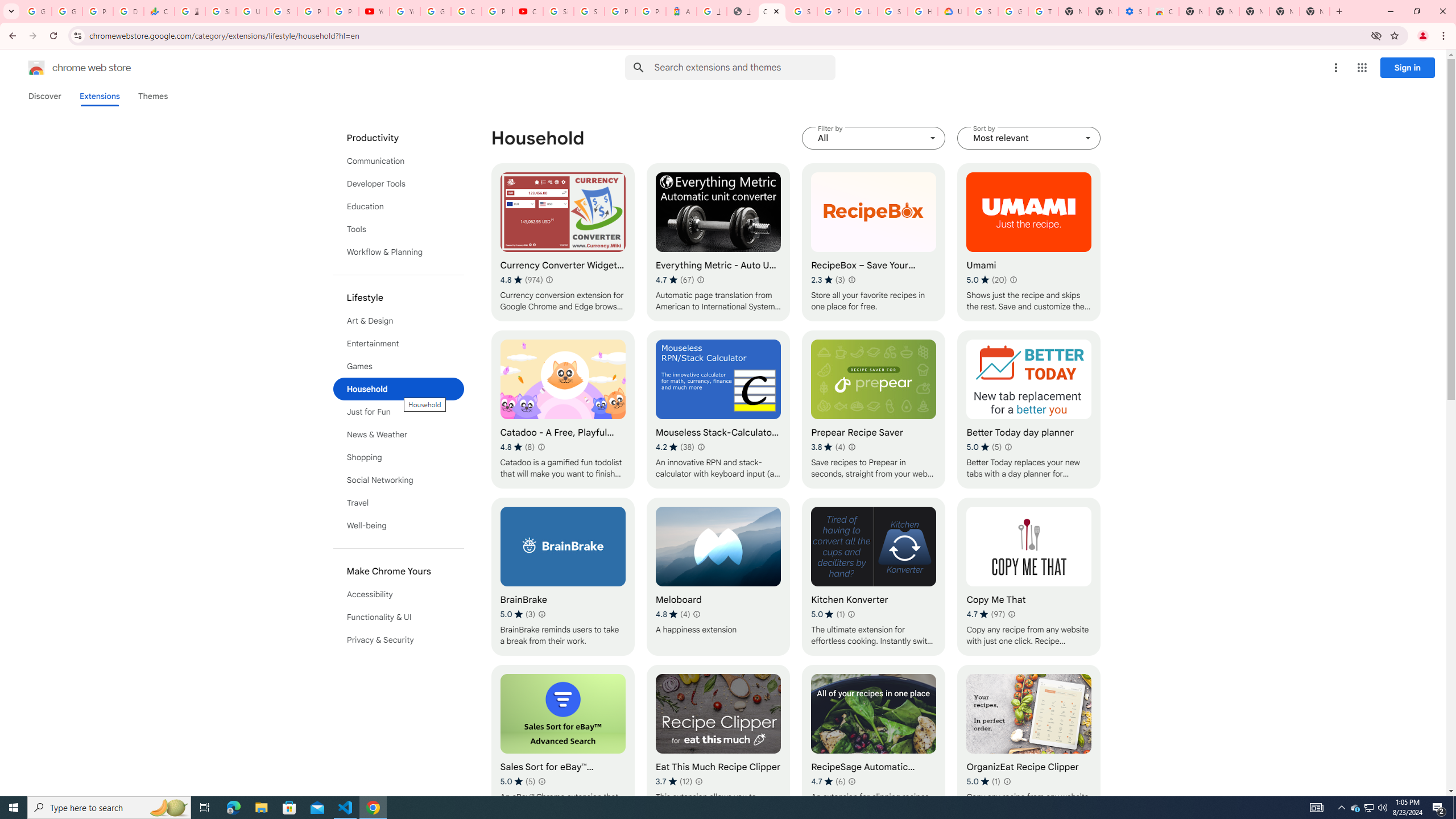  I want to click on 'Functionality & UI', so click(399, 617).